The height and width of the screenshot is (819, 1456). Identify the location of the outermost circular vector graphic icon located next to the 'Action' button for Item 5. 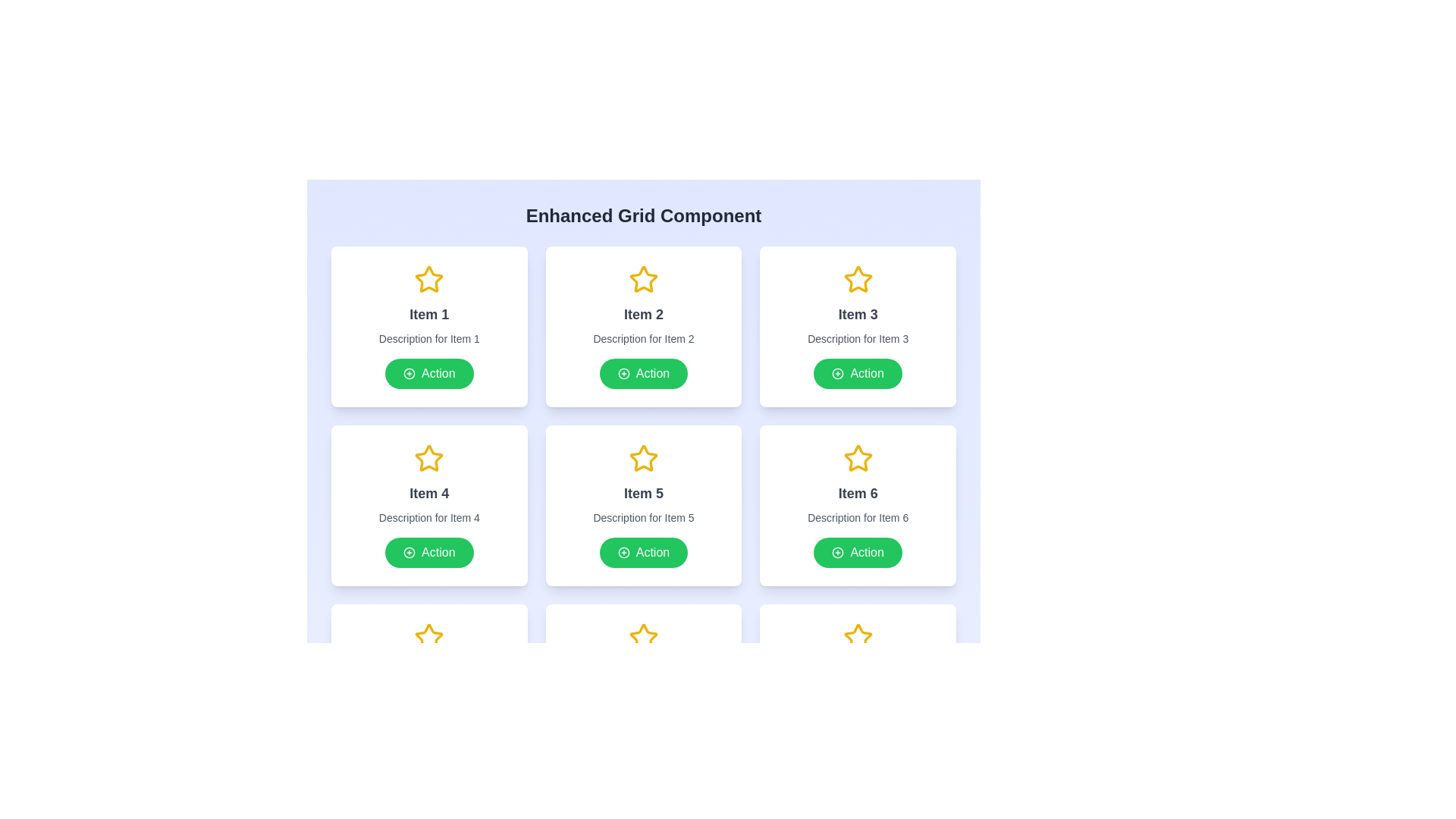
(623, 553).